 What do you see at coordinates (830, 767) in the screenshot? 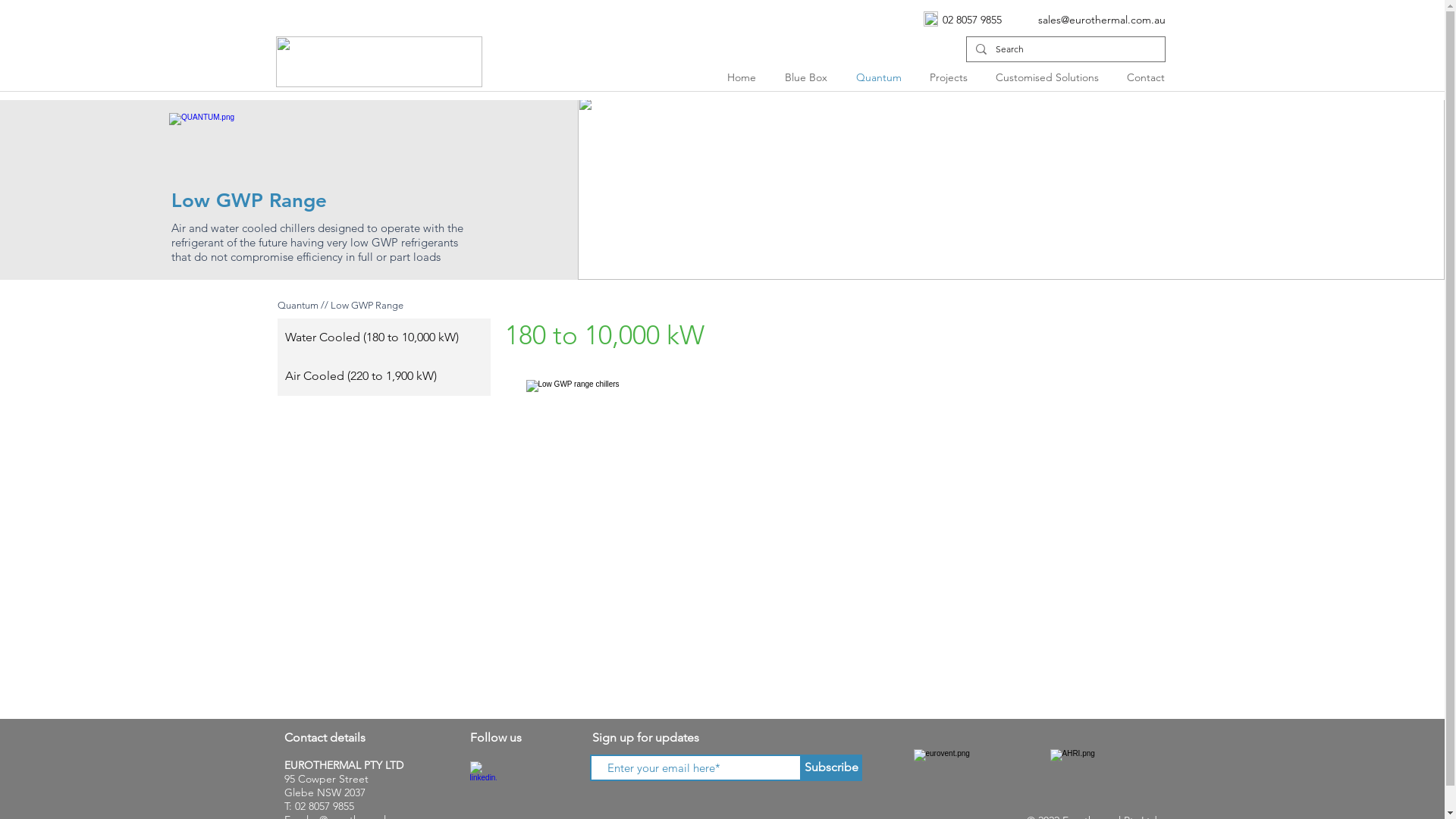
I see `'Subscribe'` at bounding box center [830, 767].